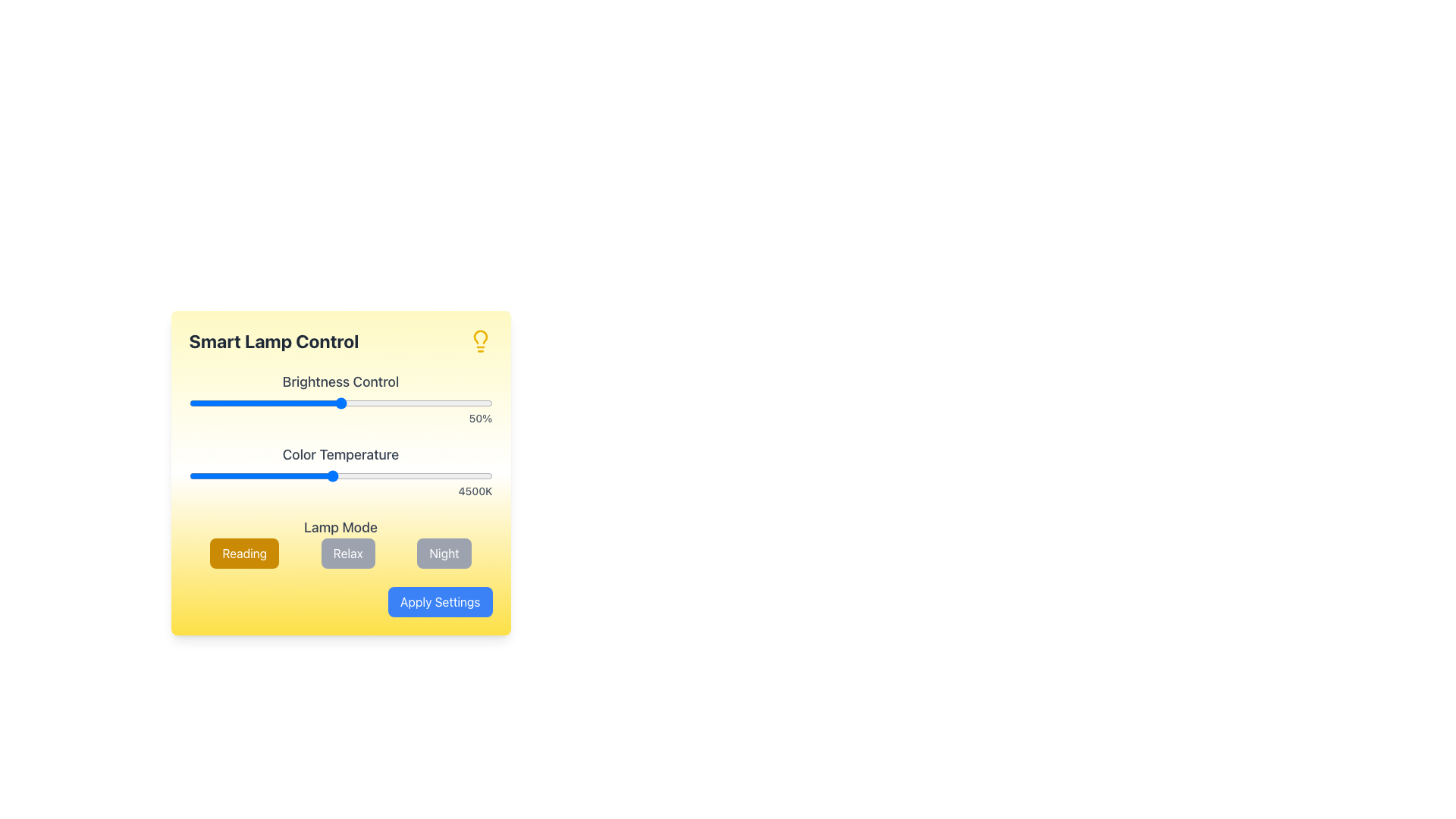  I want to click on the color temperature, so click(333, 475).